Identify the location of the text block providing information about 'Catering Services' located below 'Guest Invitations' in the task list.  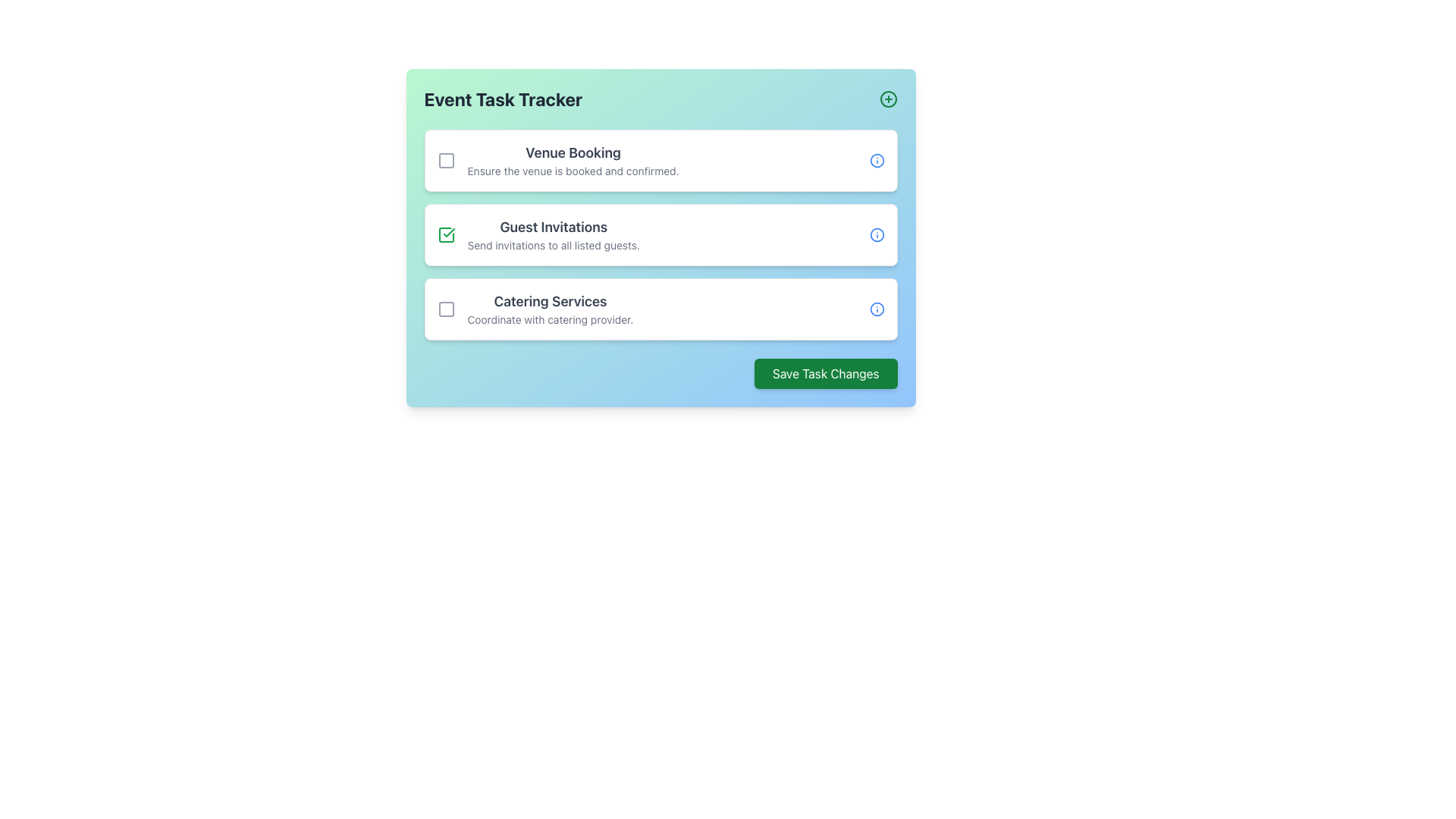
(549, 309).